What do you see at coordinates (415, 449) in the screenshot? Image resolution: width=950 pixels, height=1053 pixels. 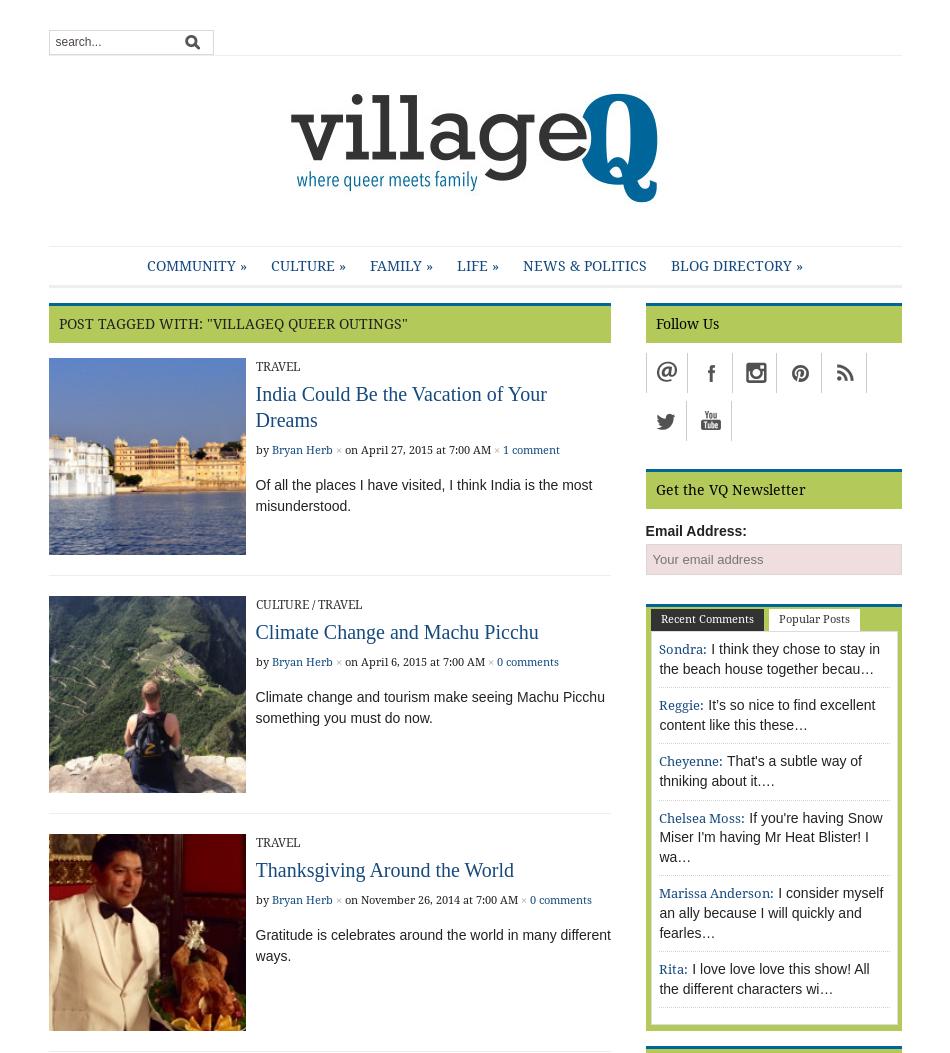 I see `'on April 27, 2015 at 7:00 AM'` at bounding box center [415, 449].